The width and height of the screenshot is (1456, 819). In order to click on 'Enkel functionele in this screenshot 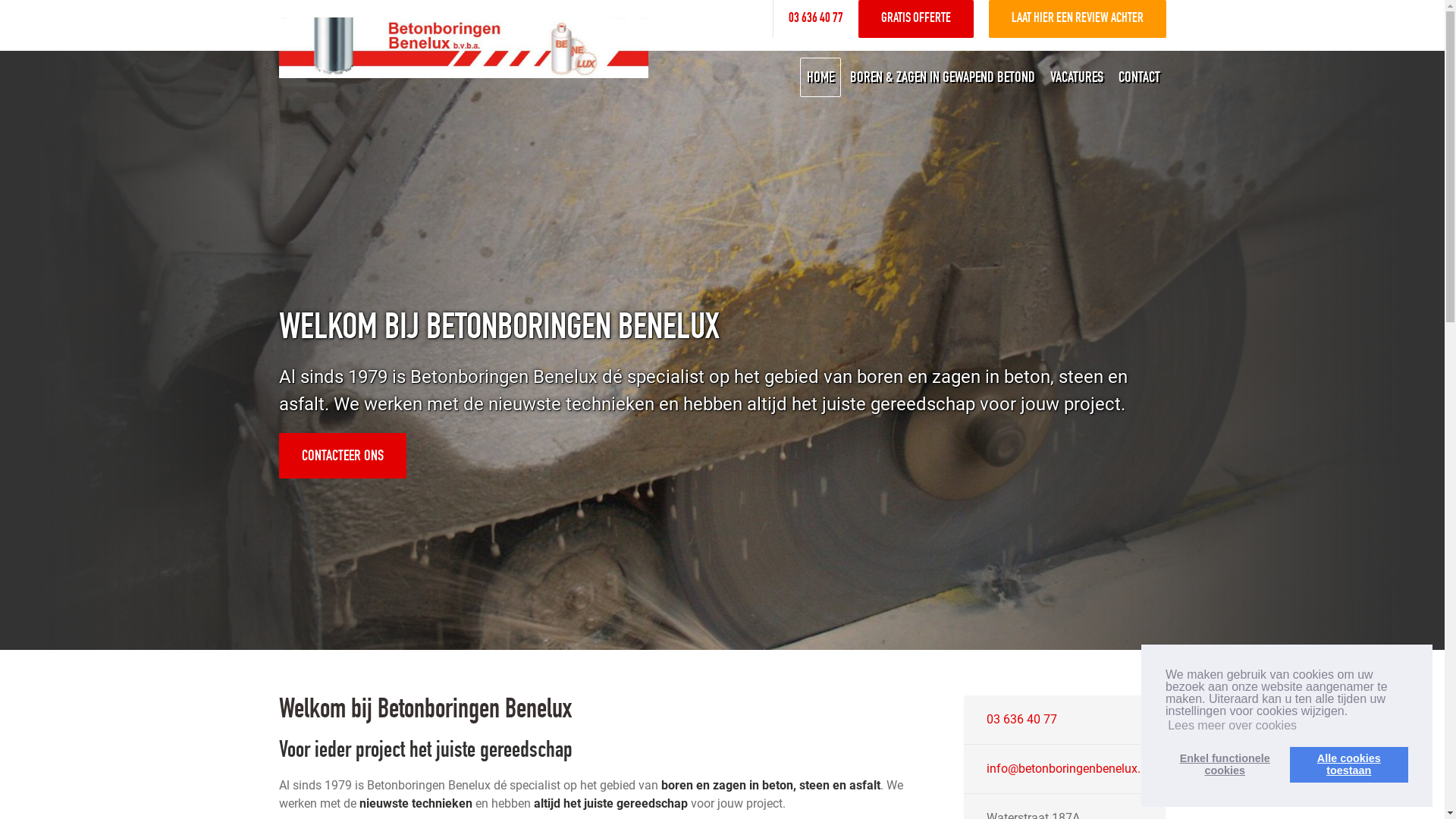, I will do `click(1164, 764)`.